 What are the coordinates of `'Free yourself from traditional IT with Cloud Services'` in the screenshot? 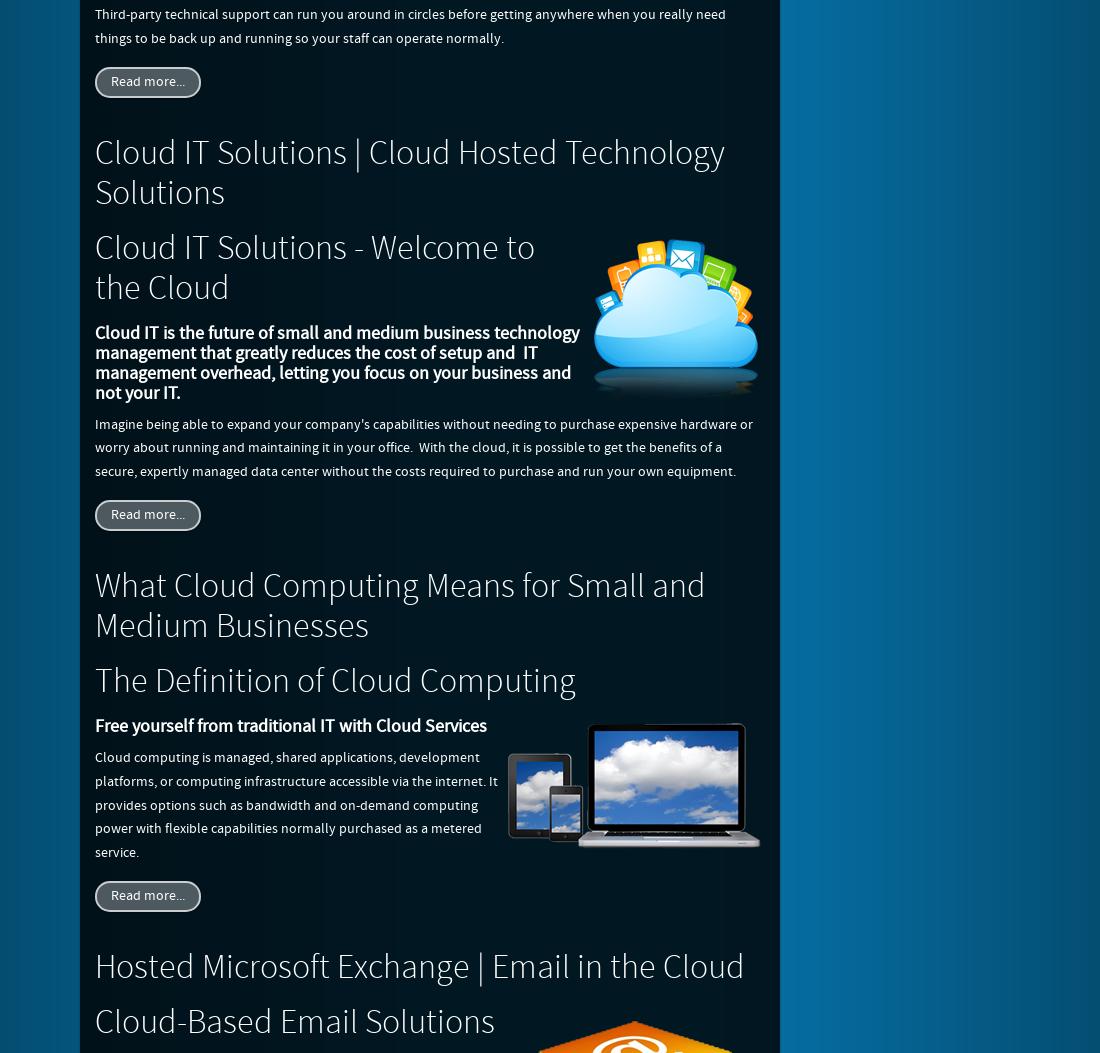 It's located at (289, 725).